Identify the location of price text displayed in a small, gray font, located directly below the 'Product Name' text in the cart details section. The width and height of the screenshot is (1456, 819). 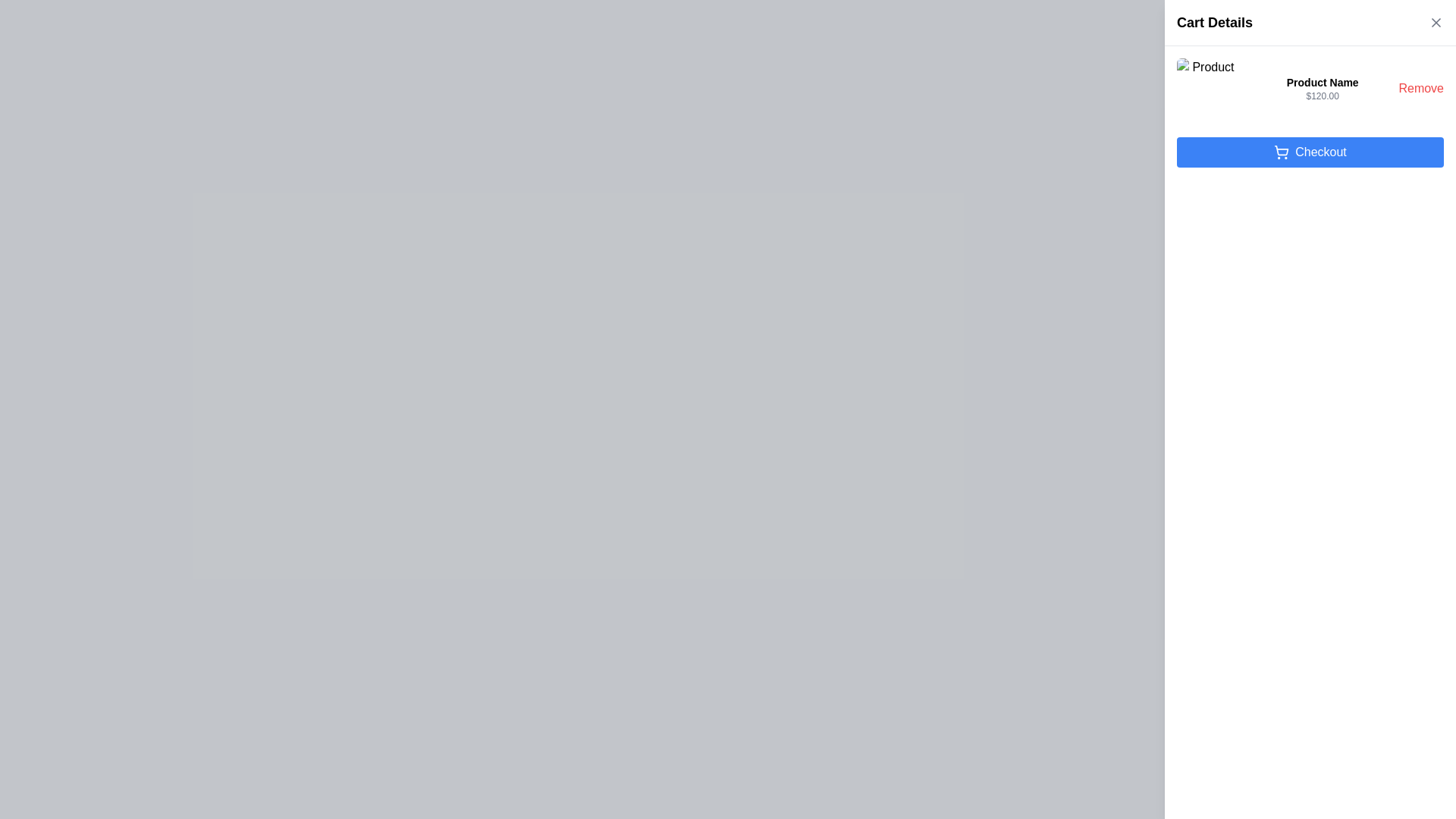
(1322, 96).